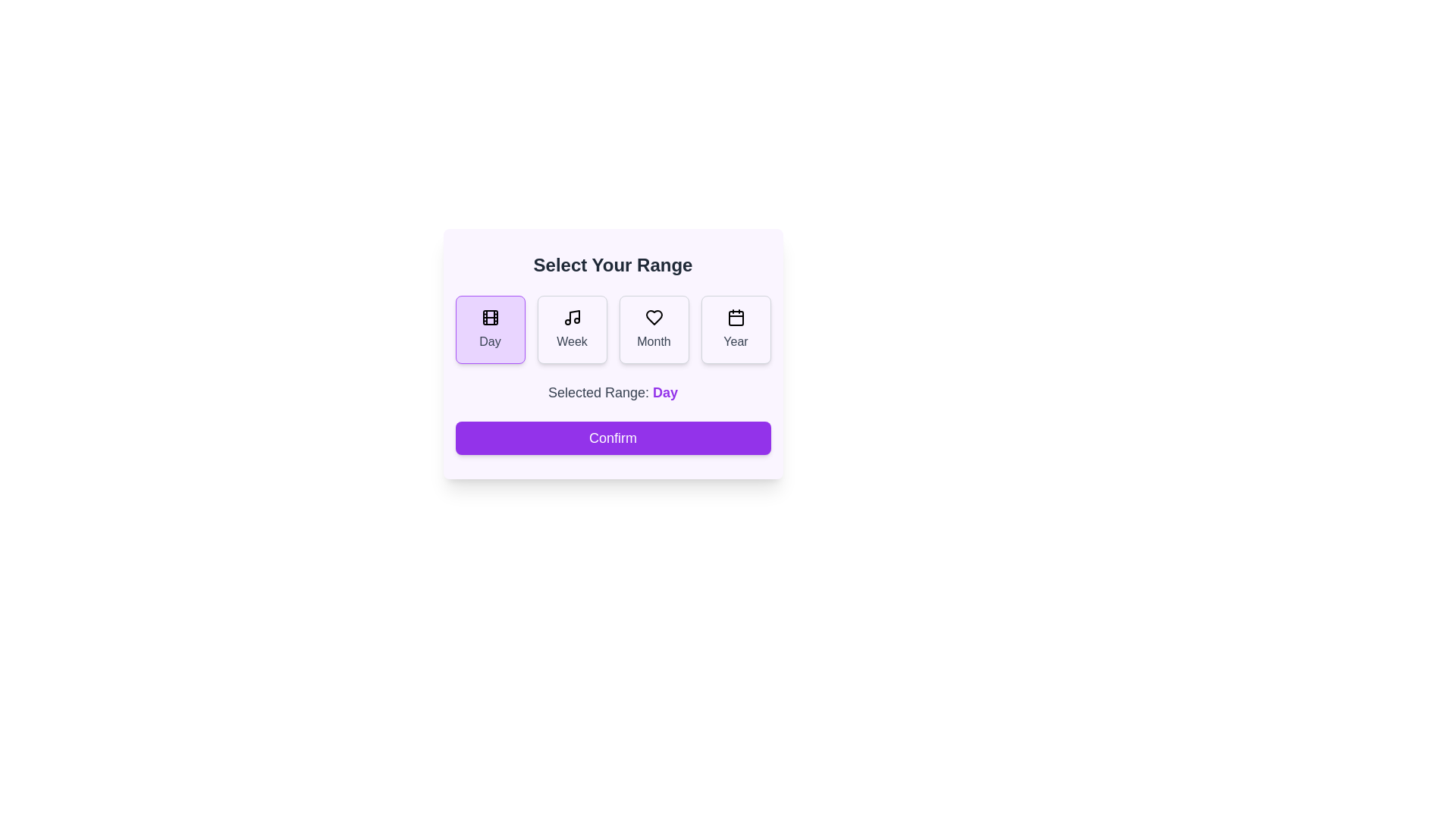  What do you see at coordinates (490, 317) in the screenshot?
I see `the 'Day' icon, which is the leftmost item in a horizontal menu` at bounding box center [490, 317].